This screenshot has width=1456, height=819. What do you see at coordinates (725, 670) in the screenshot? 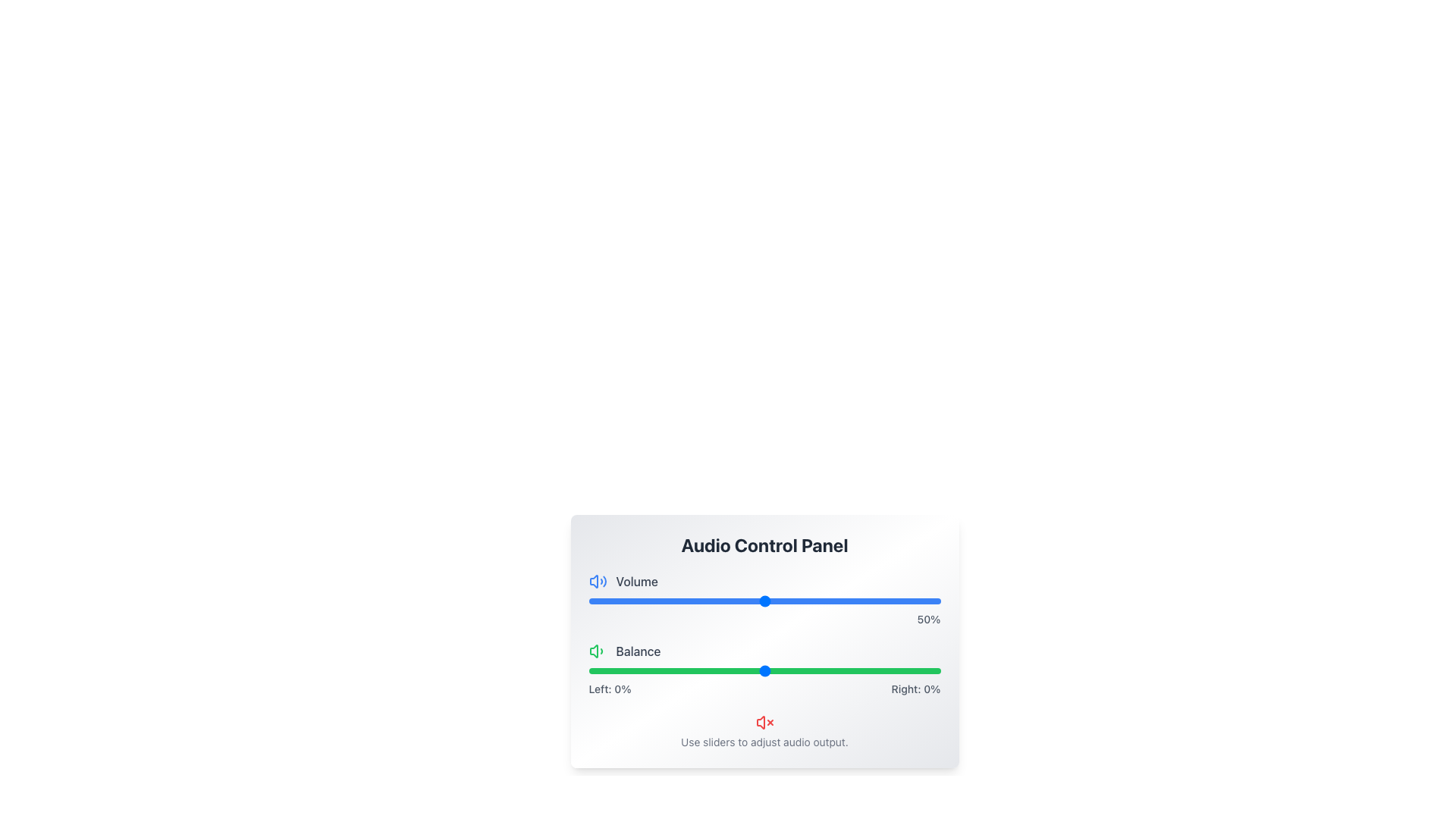
I see `balance` at bounding box center [725, 670].